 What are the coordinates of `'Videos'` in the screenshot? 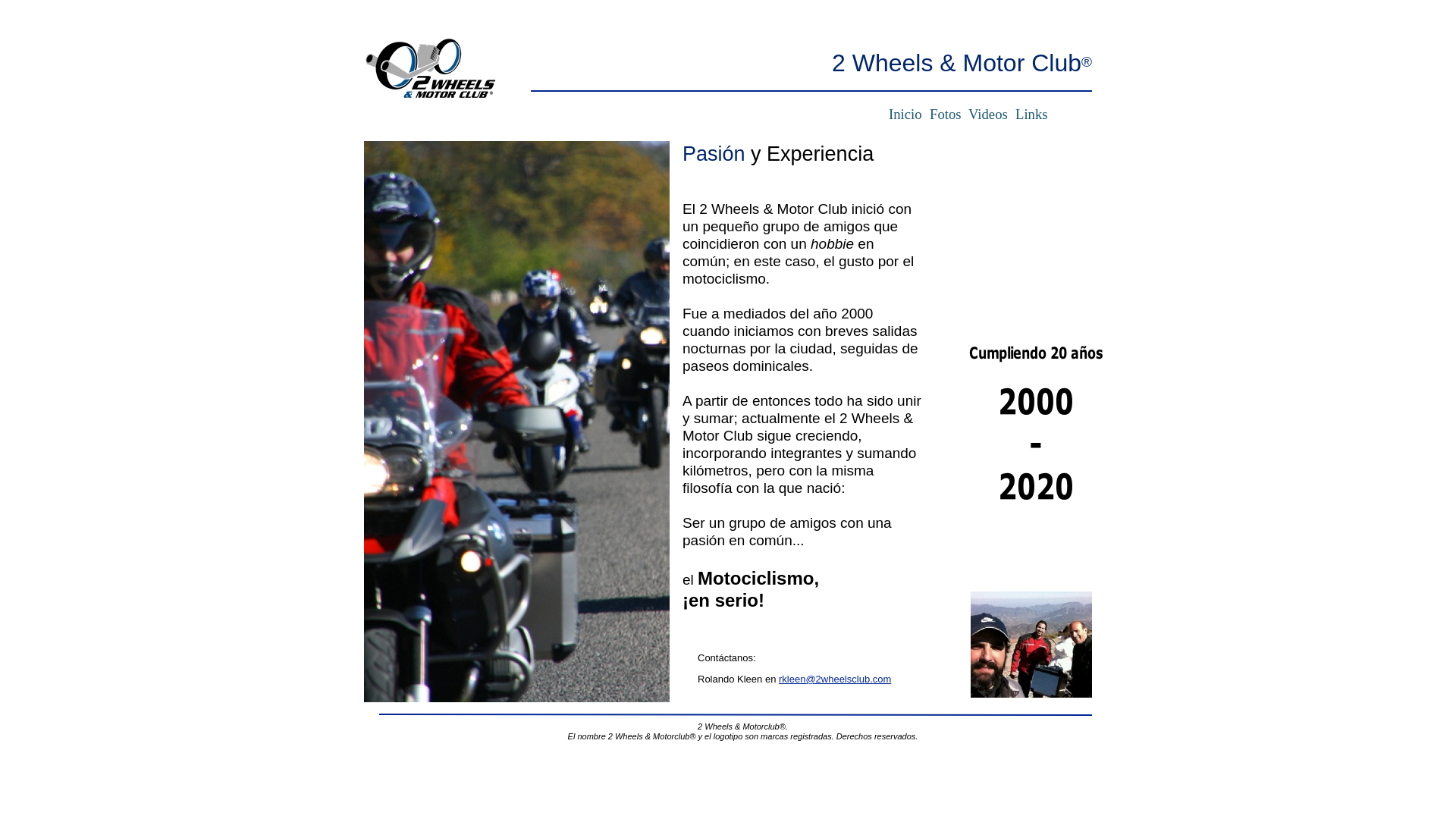 It's located at (964, 113).